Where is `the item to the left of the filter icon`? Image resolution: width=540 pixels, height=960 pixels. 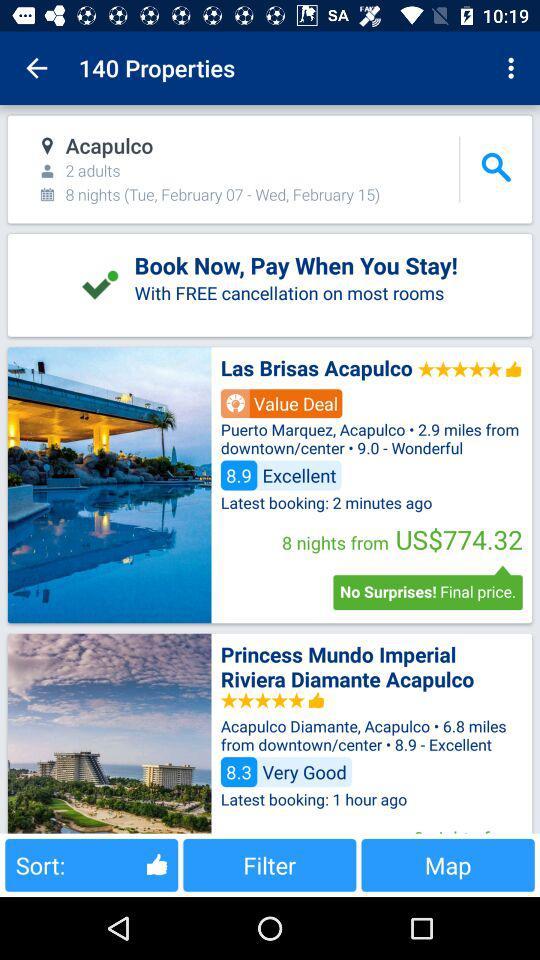 the item to the left of the filter icon is located at coordinates (90, 864).